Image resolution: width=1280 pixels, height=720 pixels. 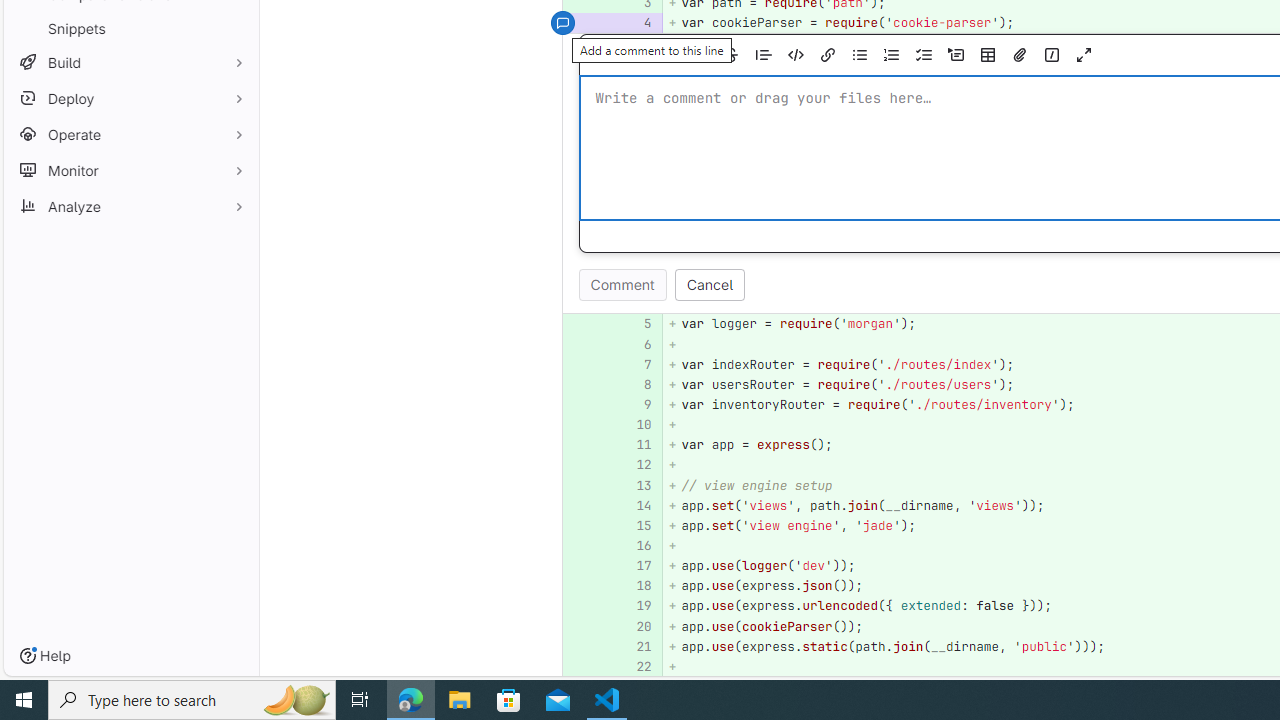 What do you see at coordinates (130, 134) in the screenshot?
I see `'Operate'` at bounding box center [130, 134].